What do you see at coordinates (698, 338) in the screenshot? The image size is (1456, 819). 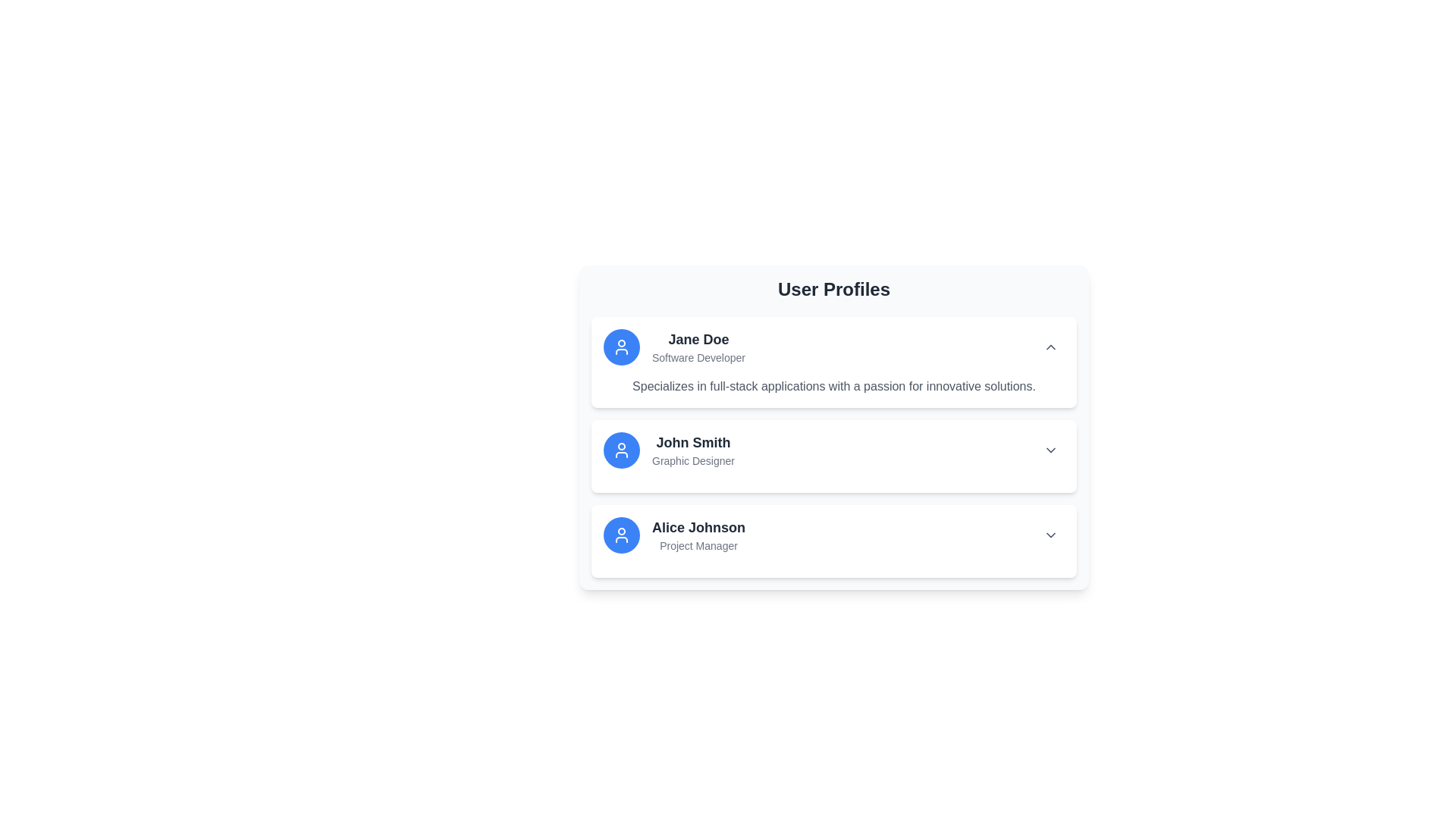 I see `the text label displaying the user's name 'Jane Doe' in the first user profile card` at bounding box center [698, 338].